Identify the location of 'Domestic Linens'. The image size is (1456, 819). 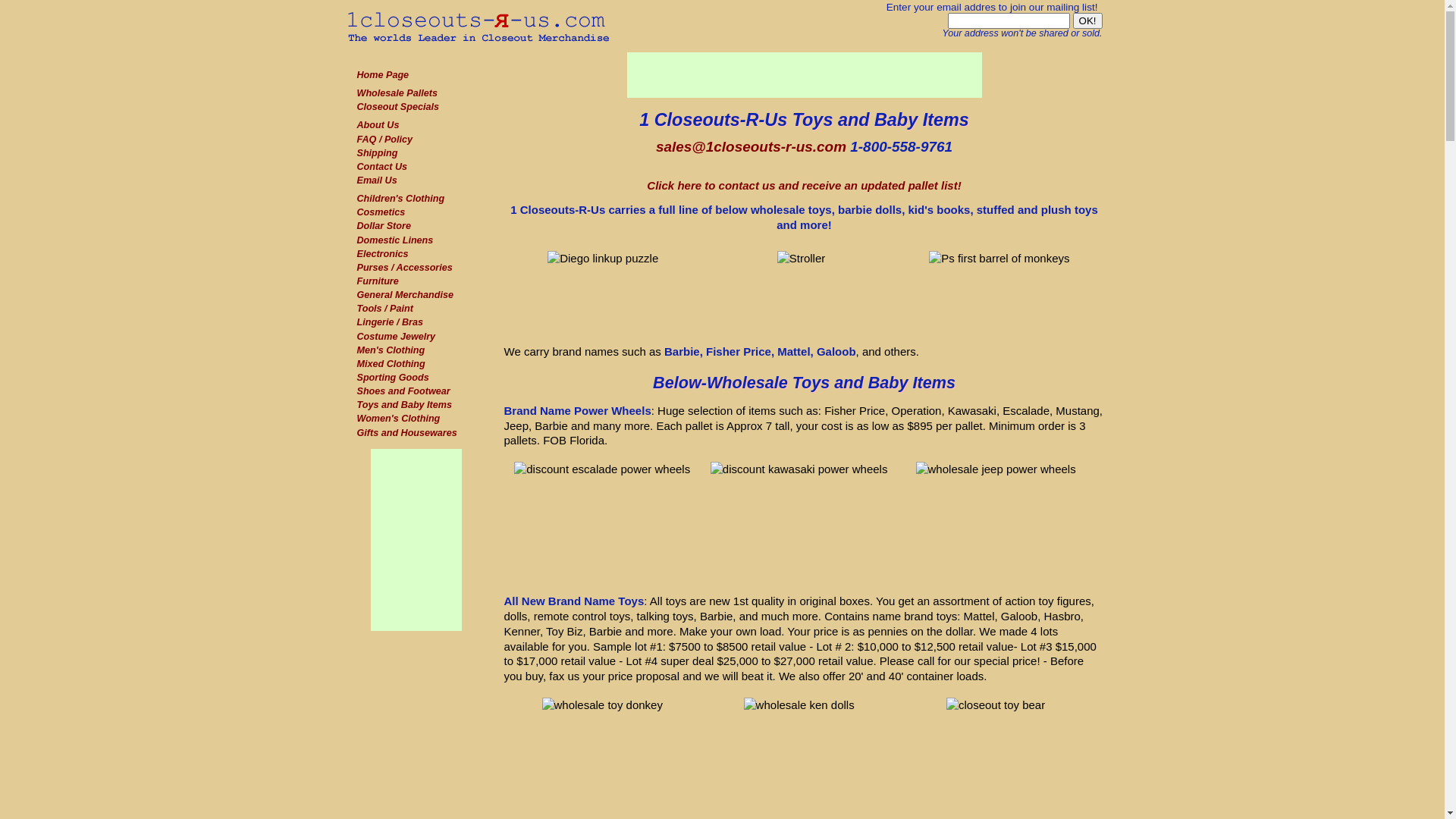
(356, 239).